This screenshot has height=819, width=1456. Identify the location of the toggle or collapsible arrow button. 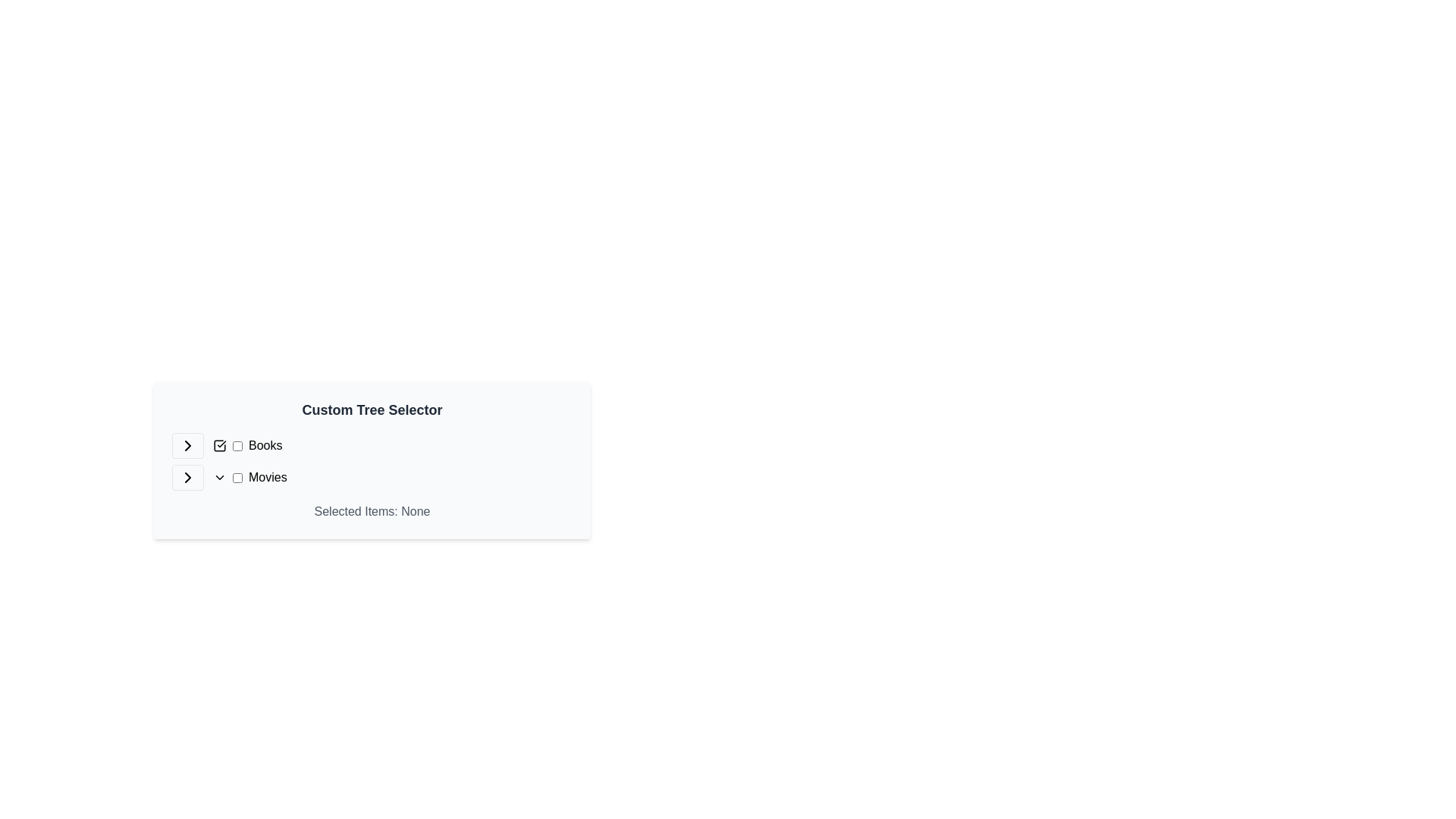
(187, 476).